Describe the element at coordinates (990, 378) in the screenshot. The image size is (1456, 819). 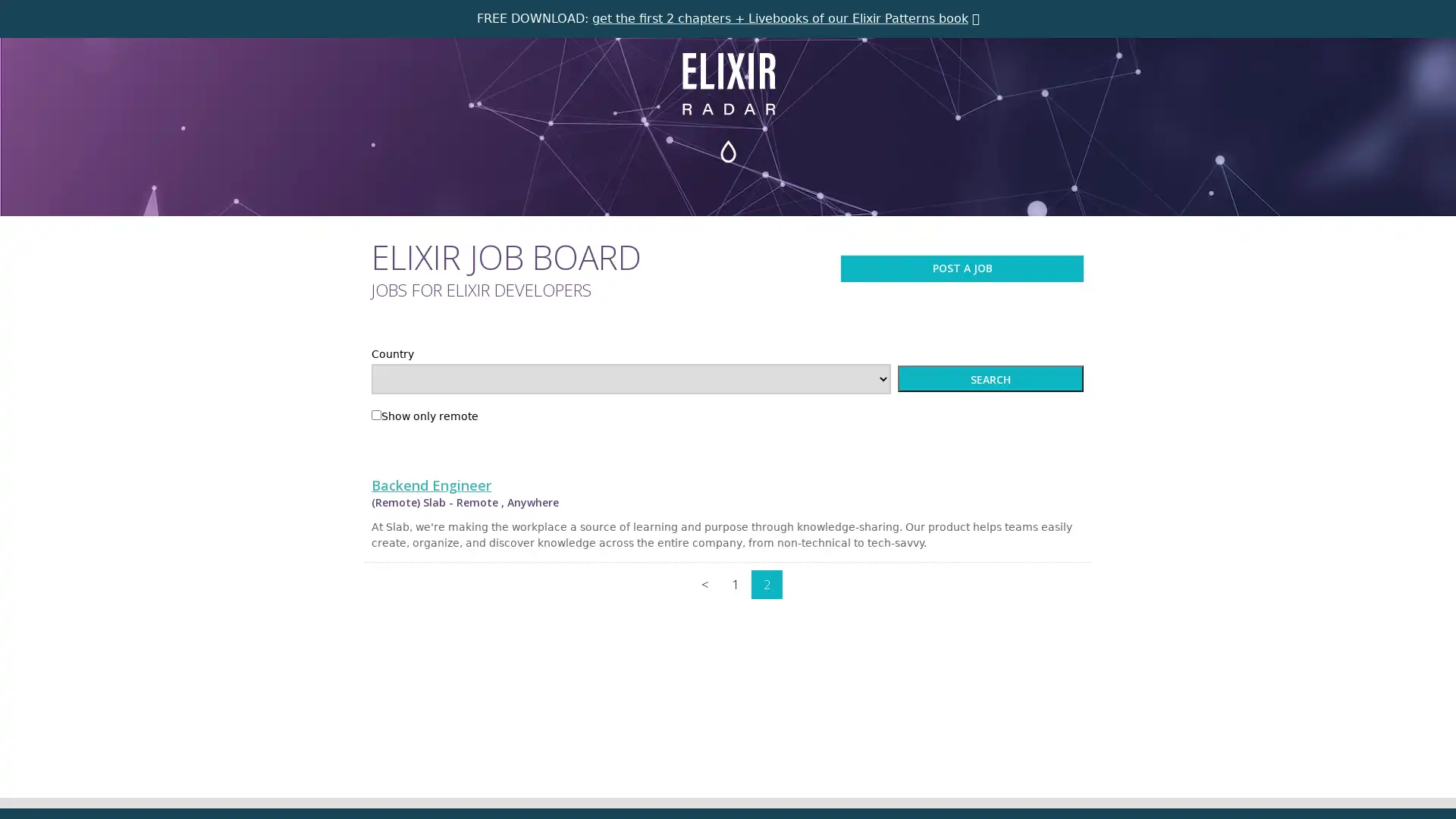
I see `SEARCH` at that location.